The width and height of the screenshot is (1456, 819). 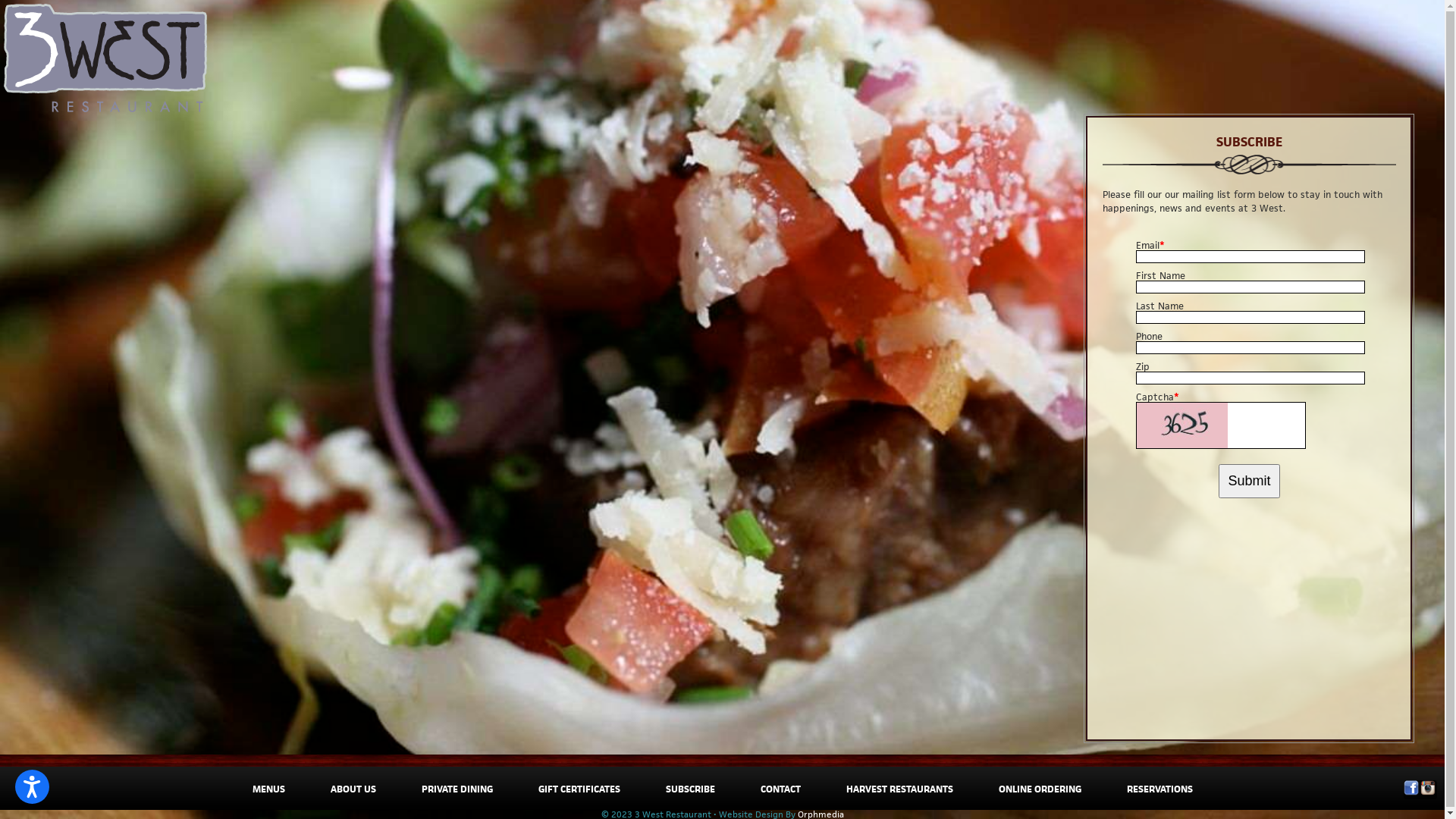 What do you see at coordinates (1410, 791) in the screenshot?
I see `'Facebook'` at bounding box center [1410, 791].